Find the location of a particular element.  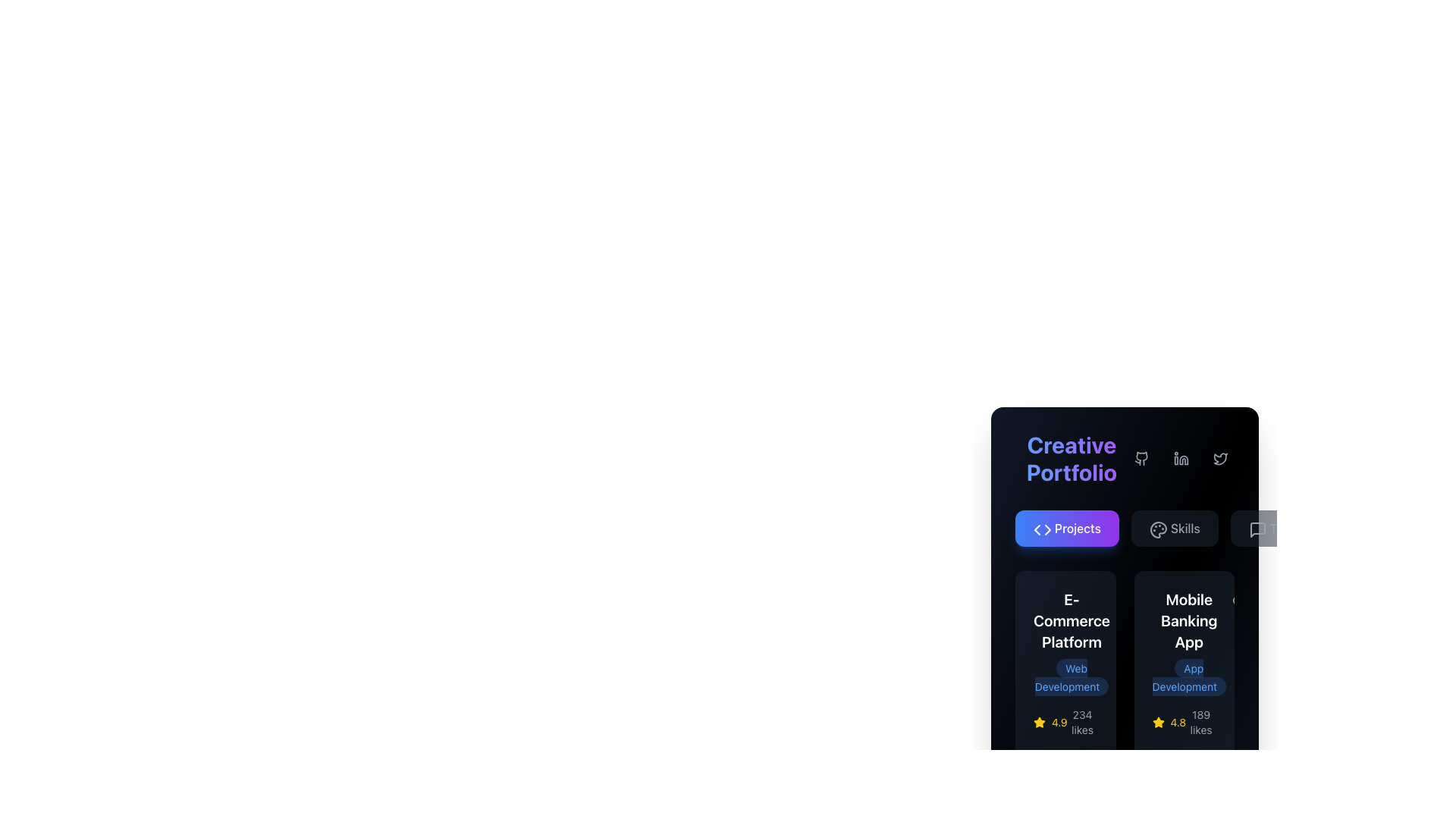

the 'Projects' text label within the button is located at coordinates (1077, 528).